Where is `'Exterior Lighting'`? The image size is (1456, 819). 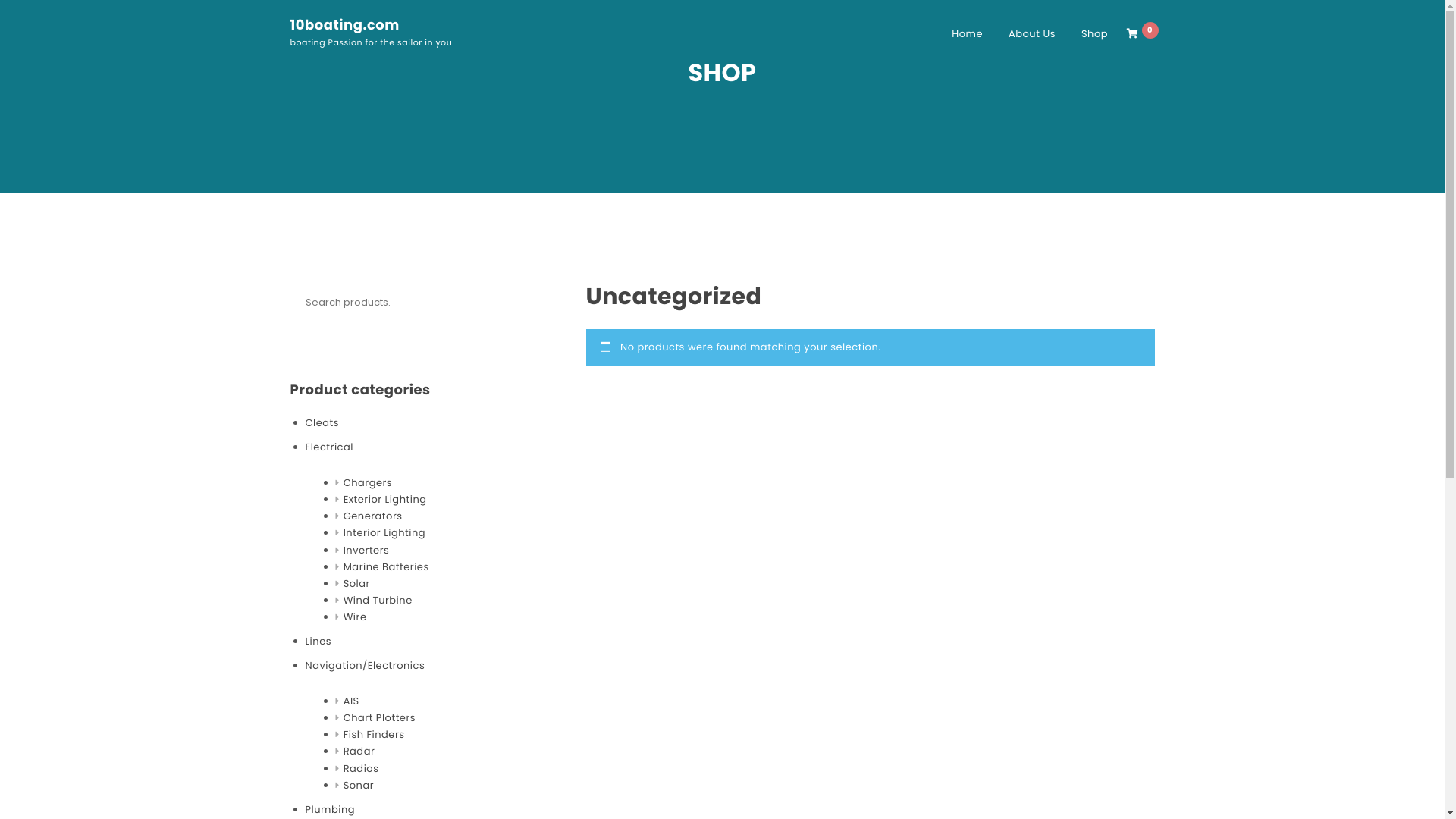
'Exterior Lighting' is located at coordinates (385, 500).